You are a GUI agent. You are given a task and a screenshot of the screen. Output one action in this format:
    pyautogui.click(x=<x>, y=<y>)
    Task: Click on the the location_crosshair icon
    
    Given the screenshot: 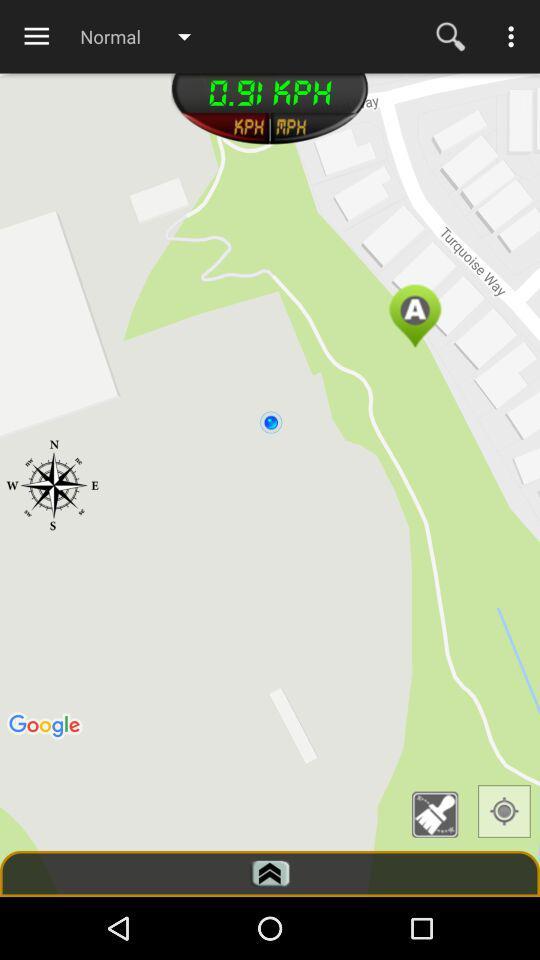 What is the action you would take?
    pyautogui.click(x=503, y=811)
    